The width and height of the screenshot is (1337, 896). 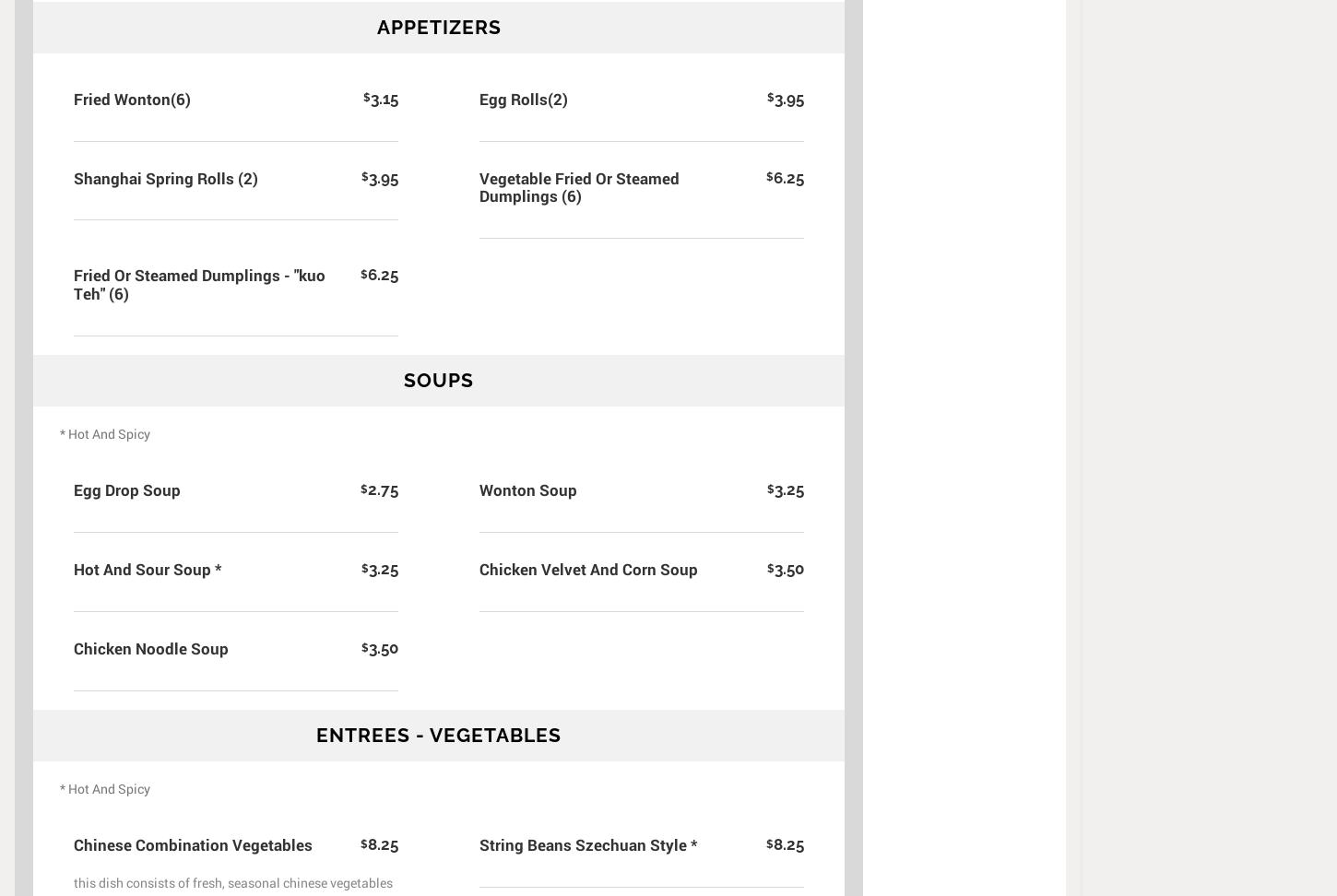 I want to click on 'Vegetable Fried Or Steamed Dumplings (6)', so click(x=578, y=185).